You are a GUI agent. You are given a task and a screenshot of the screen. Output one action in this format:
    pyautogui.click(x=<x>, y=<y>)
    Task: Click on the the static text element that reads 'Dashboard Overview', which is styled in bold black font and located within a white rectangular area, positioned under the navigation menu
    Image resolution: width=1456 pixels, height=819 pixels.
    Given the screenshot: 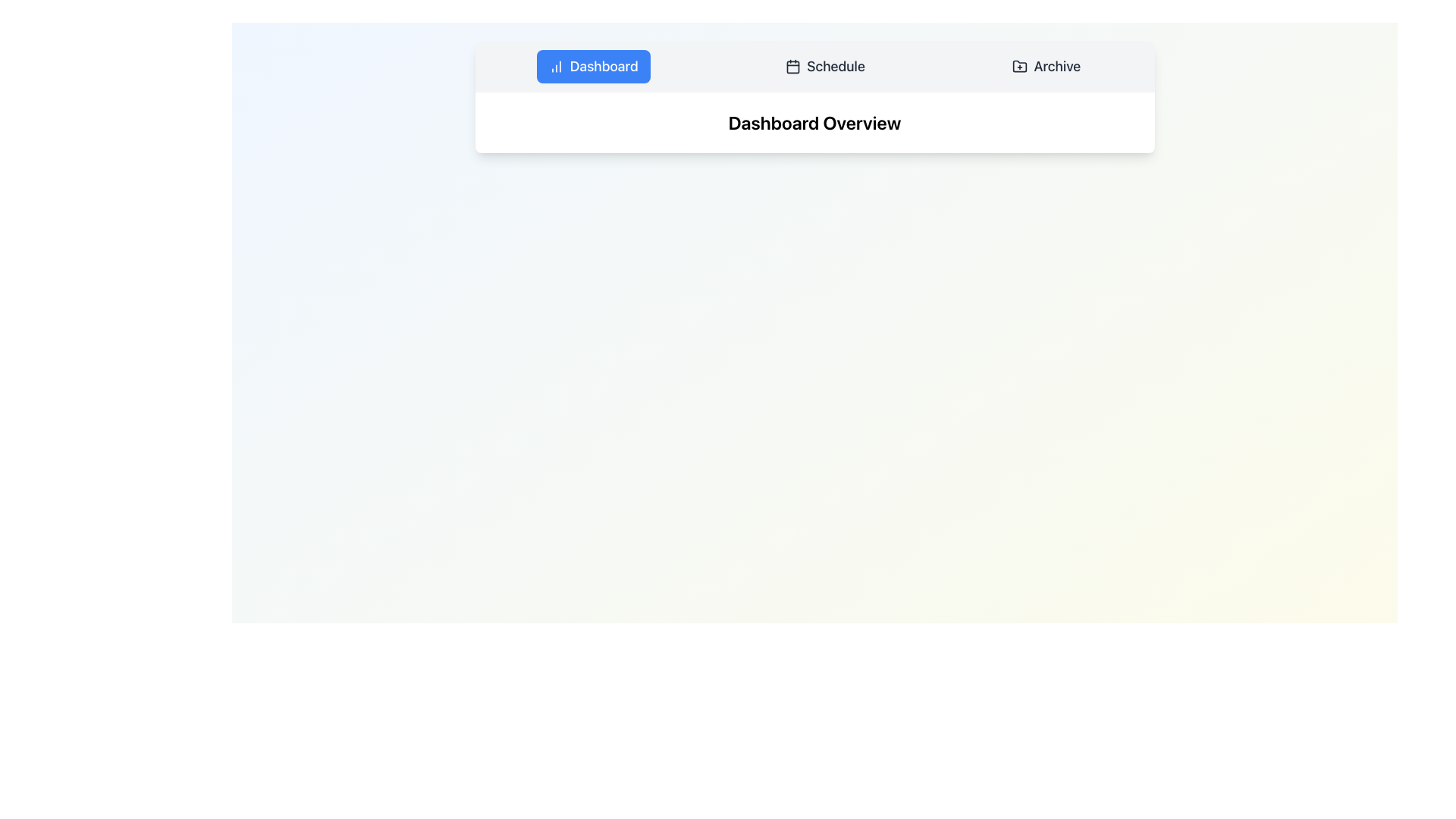 What is the action you would take?
    pyautogui.click(x=814, y=122)
    